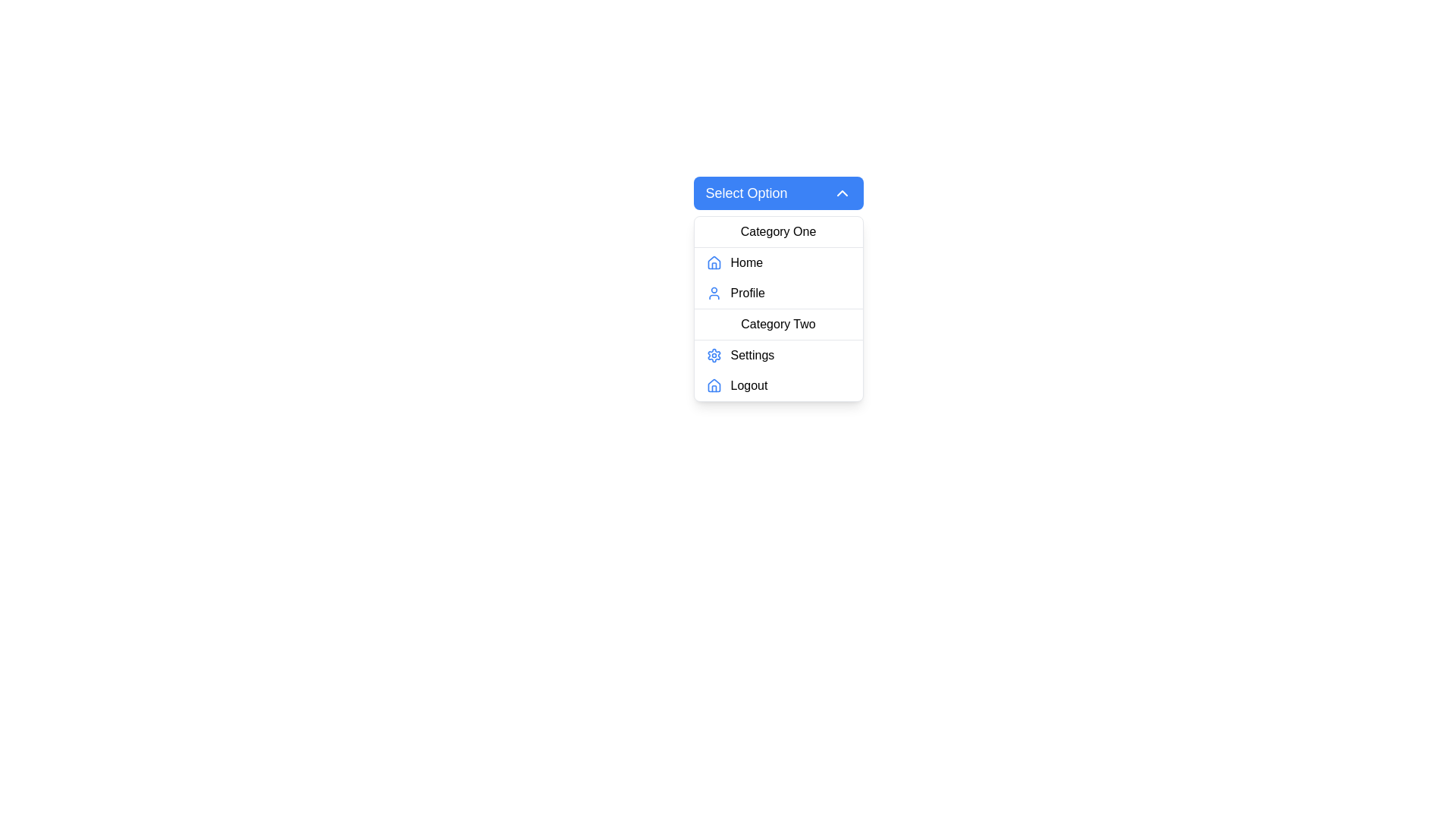 This screenshot has height=819, width=1456. What do you see at coordinates (713, 262) in the screenshot?
I see `the vibrant blue house icon in the dropdown list labeled 'Home', positioned to the left of the text within the second item under the 'Select Option' button` at bounding box center [713, 262].